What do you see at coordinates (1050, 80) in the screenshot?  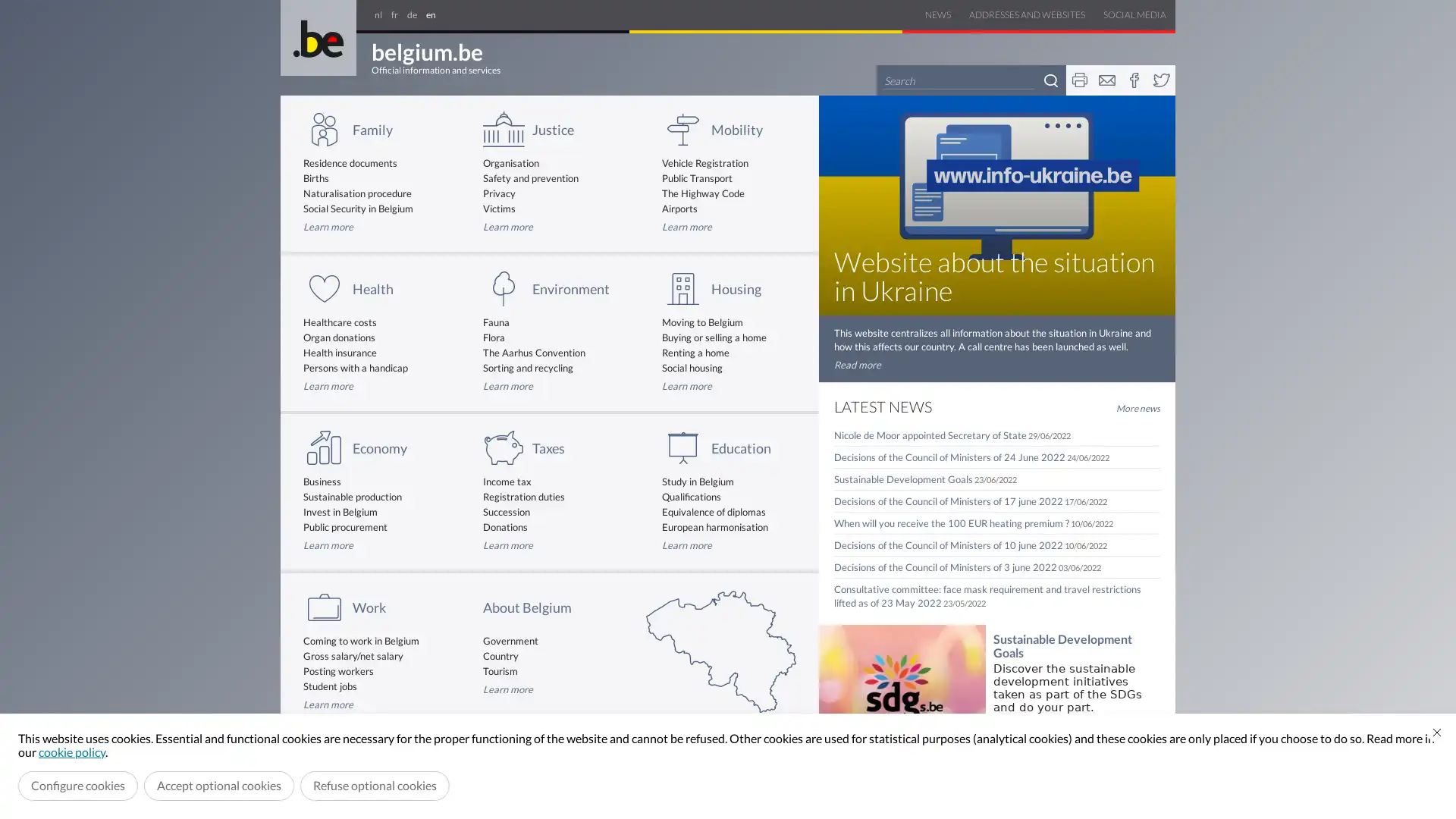 I see `Search` at bounding box center [1050, 80].